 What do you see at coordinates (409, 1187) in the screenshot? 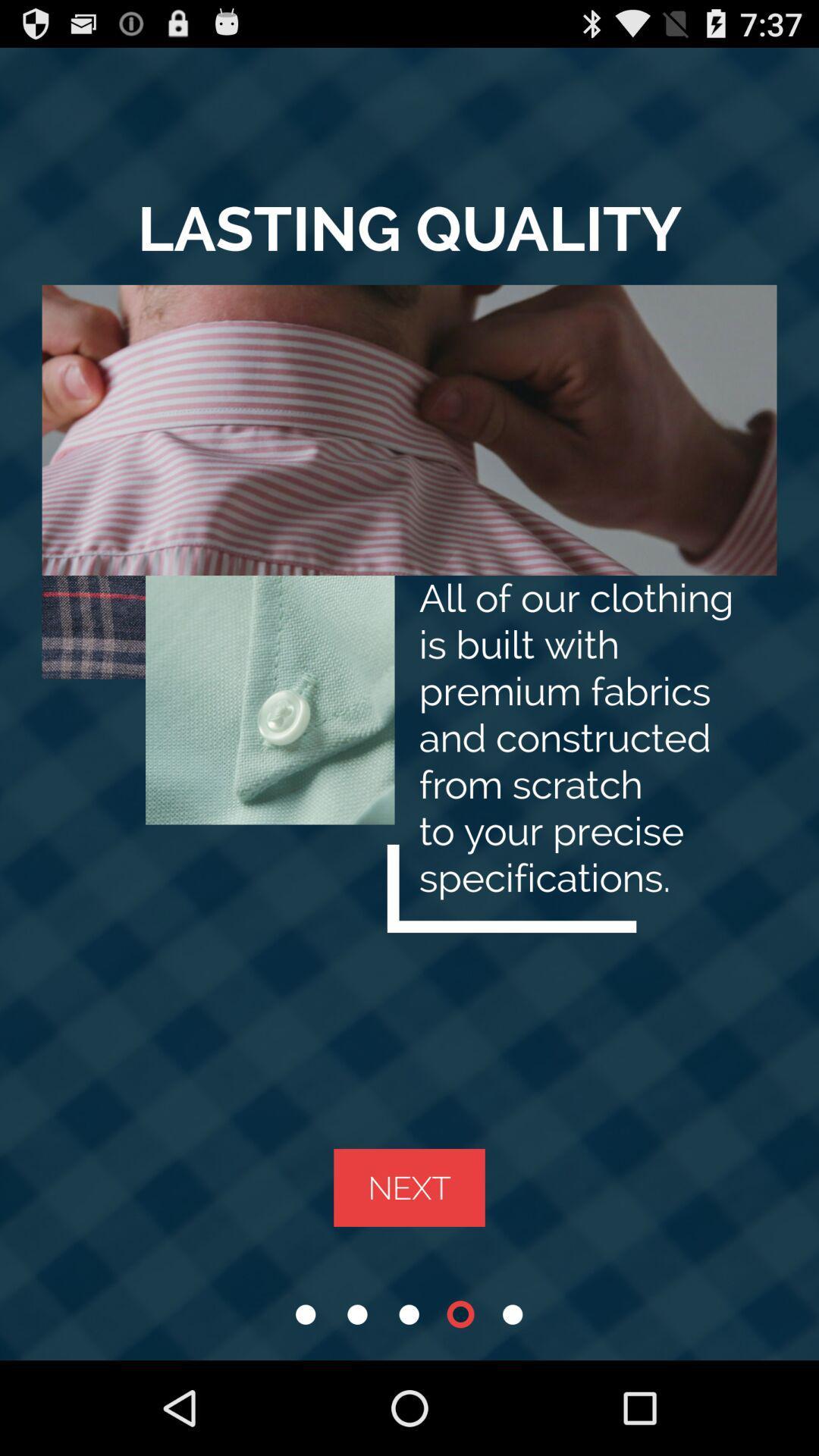
I see `the next app` at bounding box center [409, 1187].